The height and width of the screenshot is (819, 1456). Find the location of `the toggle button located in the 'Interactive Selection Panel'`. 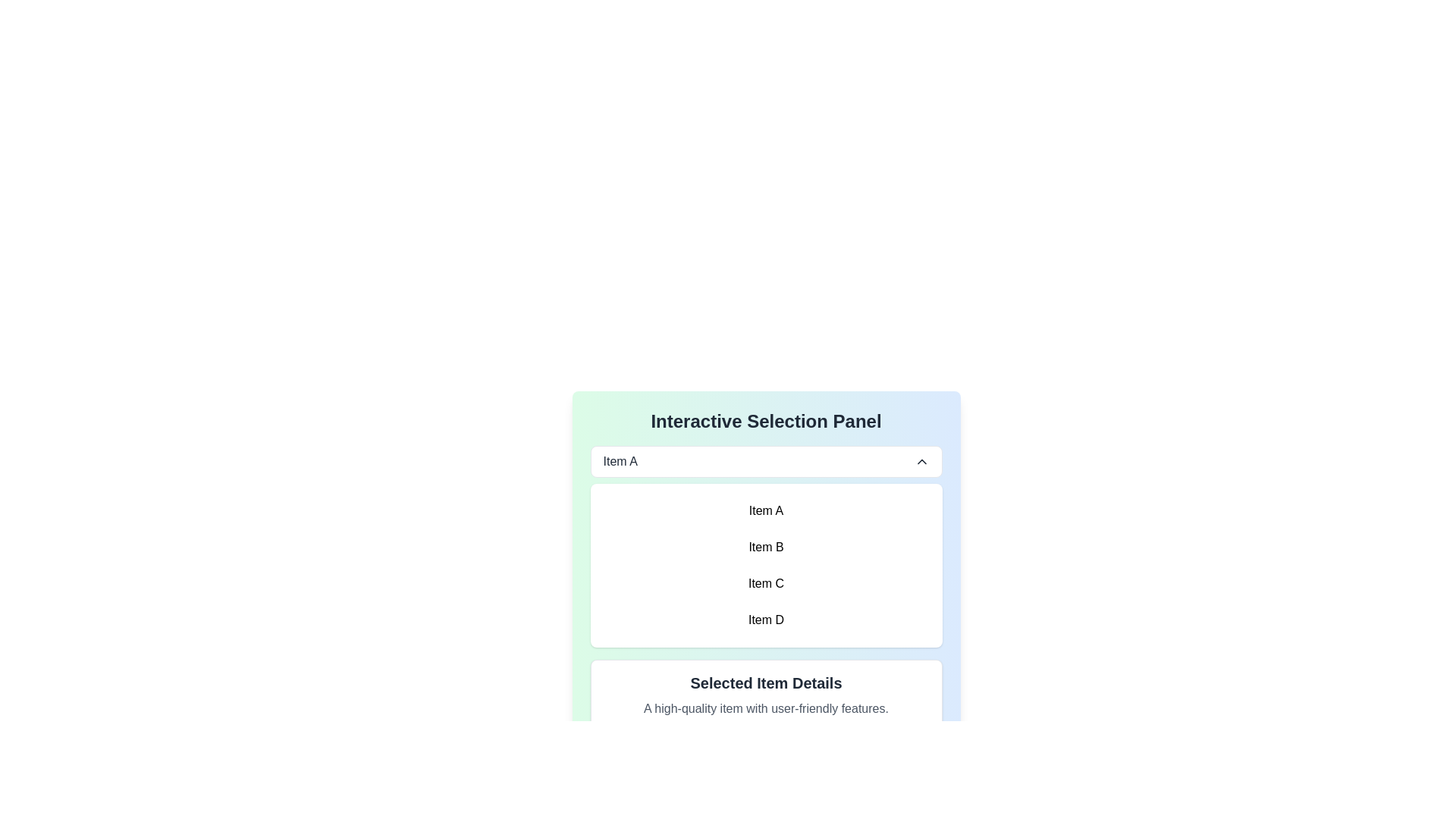

the toggle button located in the 'Interactive Selection Panel' is located at coordinates (766, 461).